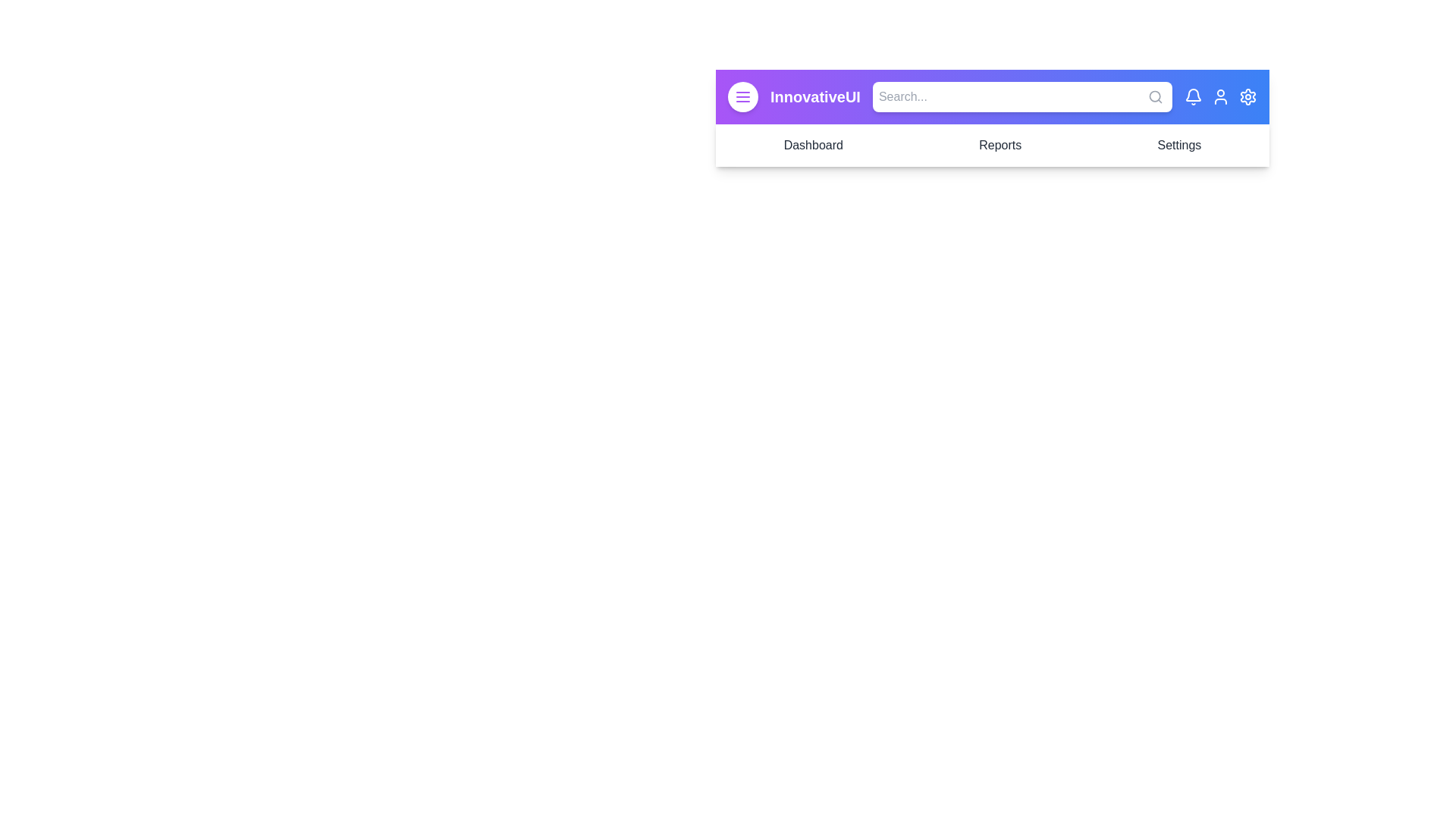 The height and width of the screenshot is (819, 1456). I want to click on the Reports navigation item to navigate to its corresponding section, so click(1000, 146).